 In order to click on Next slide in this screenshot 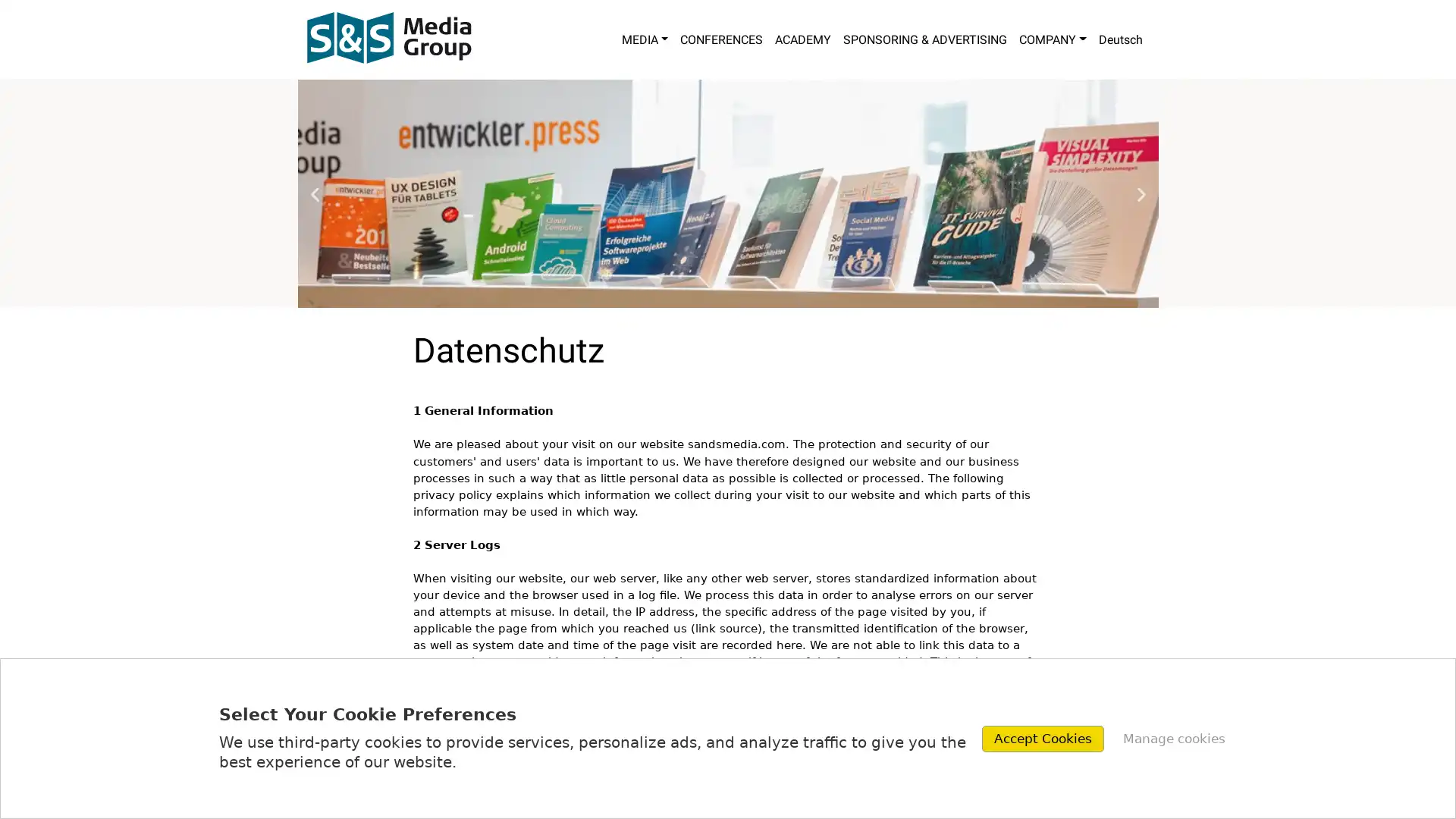, I will do `click(1141, 193)`.